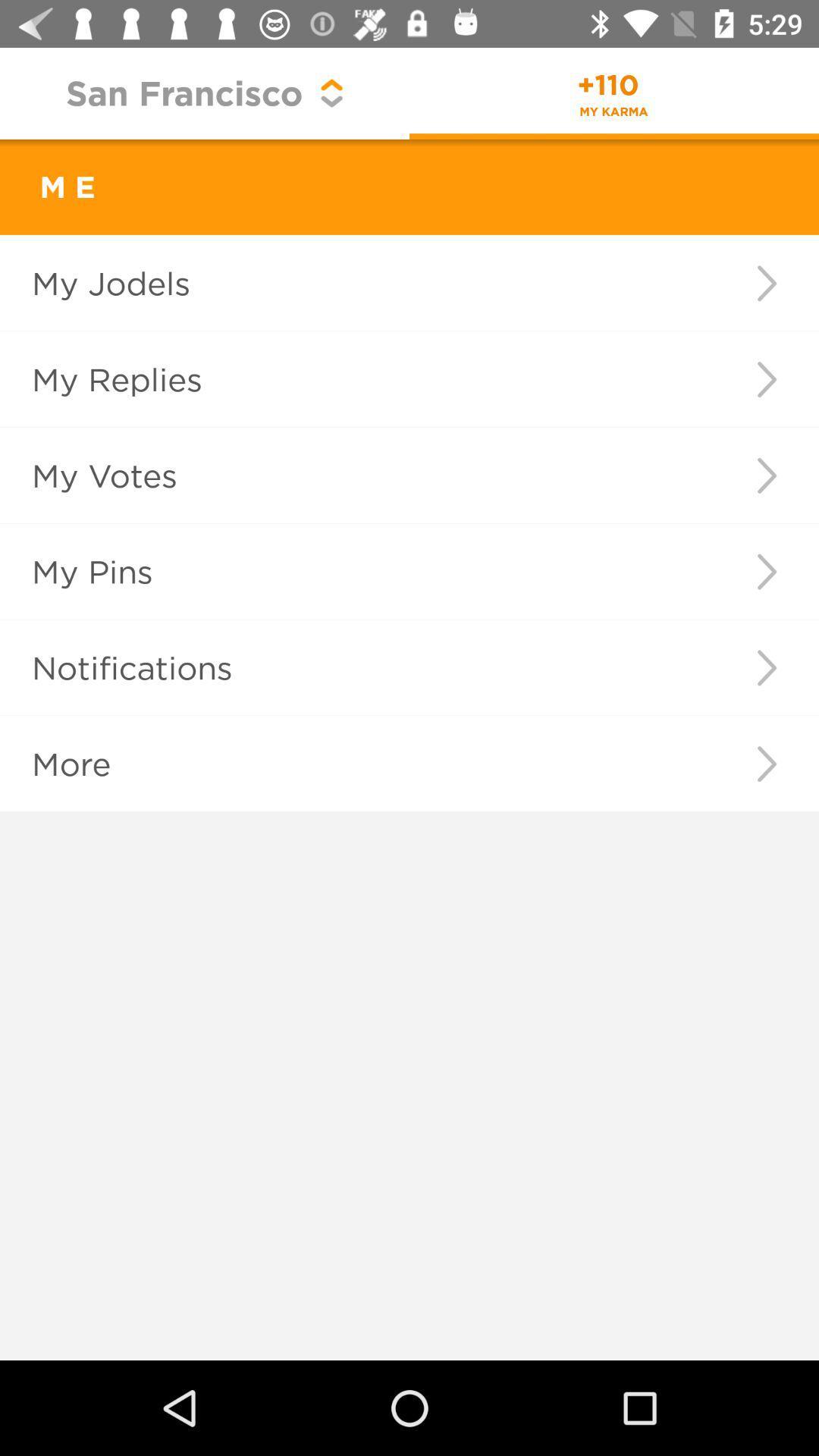 The width and height of the screenshot is (819, 1456). I want to click on icon next to my votes icon, so click(767, 475).